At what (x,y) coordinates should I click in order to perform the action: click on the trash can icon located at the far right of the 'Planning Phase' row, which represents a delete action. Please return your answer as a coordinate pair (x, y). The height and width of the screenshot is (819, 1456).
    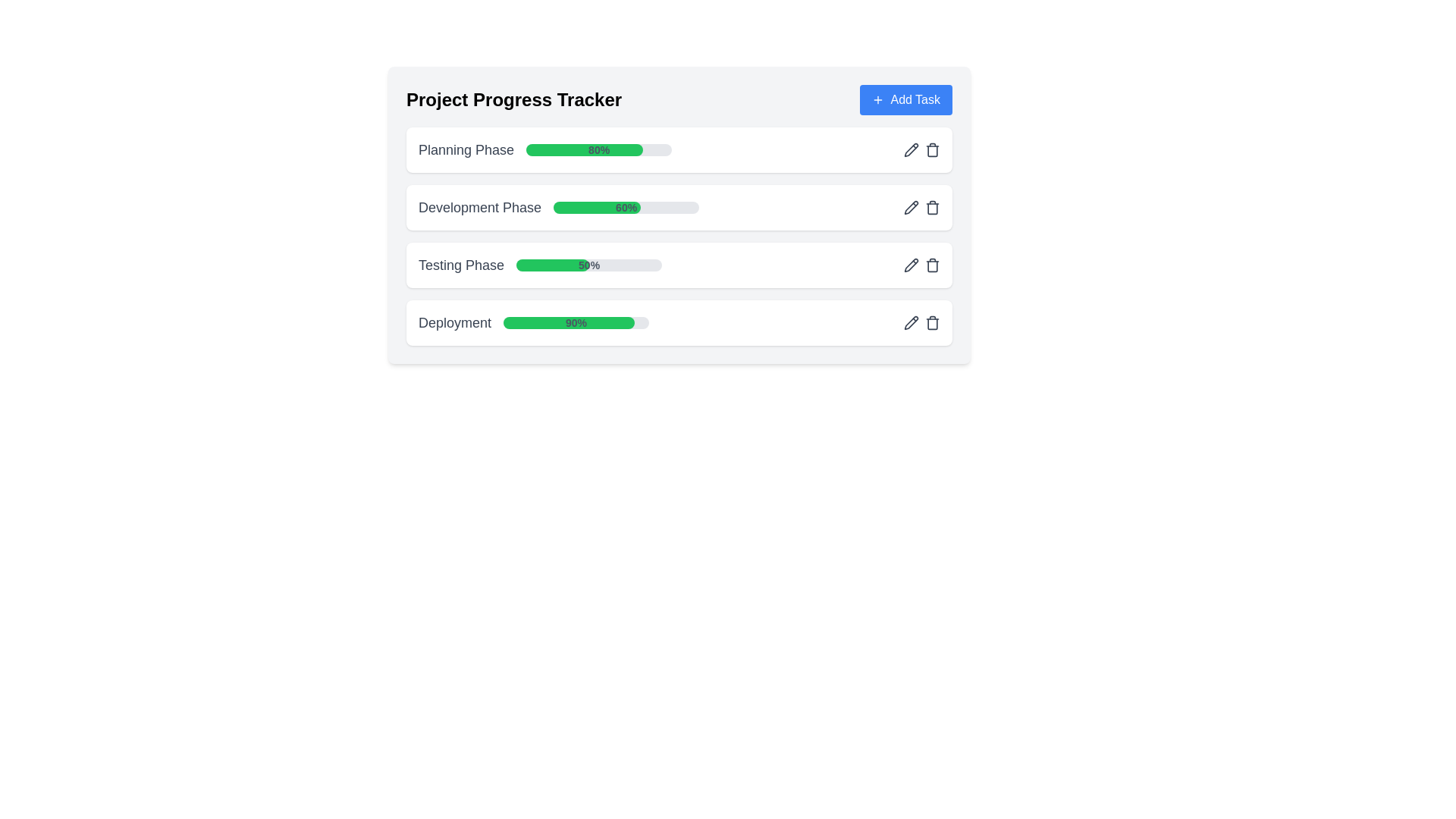
    Looking at the image, I should click on (931, 151).